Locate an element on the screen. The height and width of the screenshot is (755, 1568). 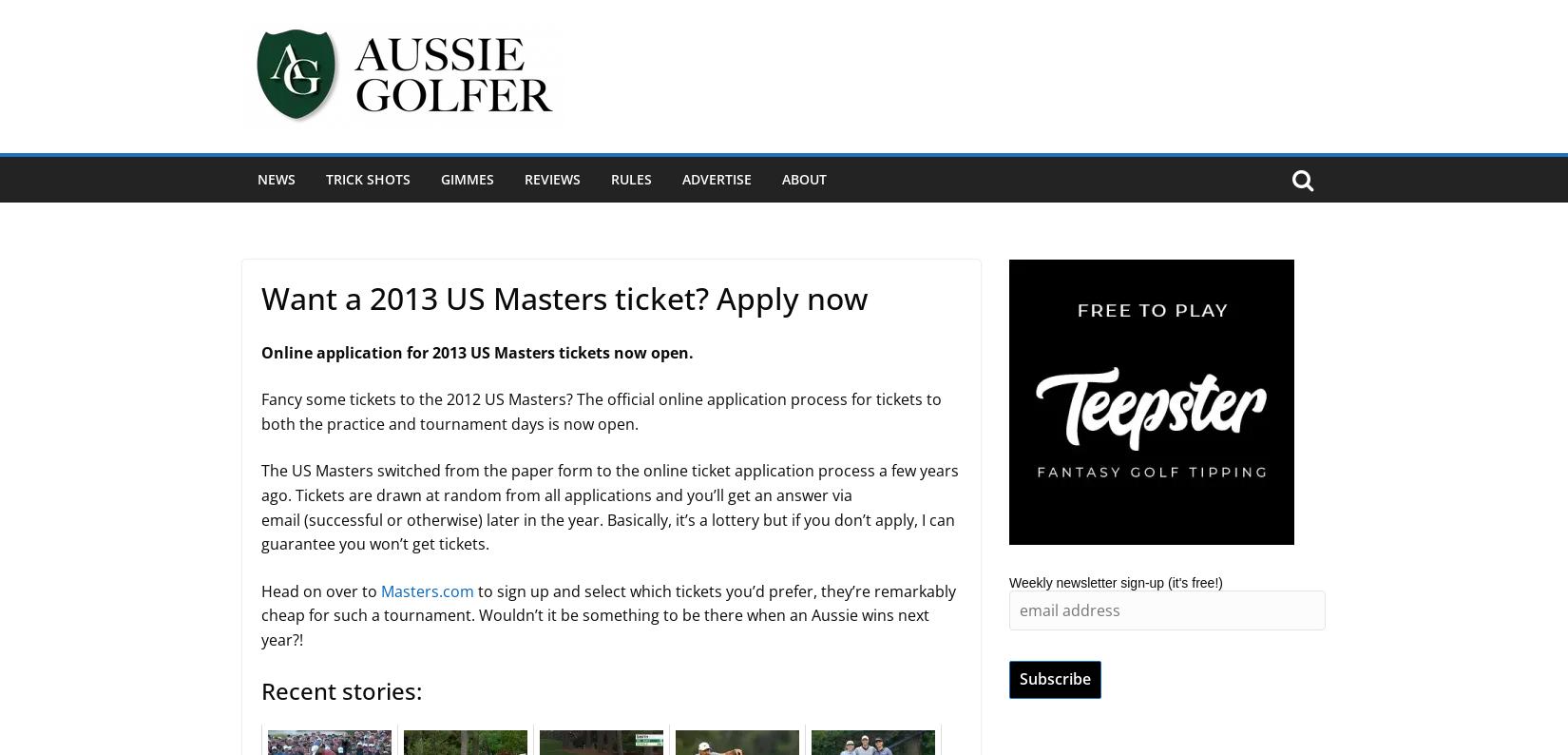
'Head on over to' is located at coordinates (320, 590).